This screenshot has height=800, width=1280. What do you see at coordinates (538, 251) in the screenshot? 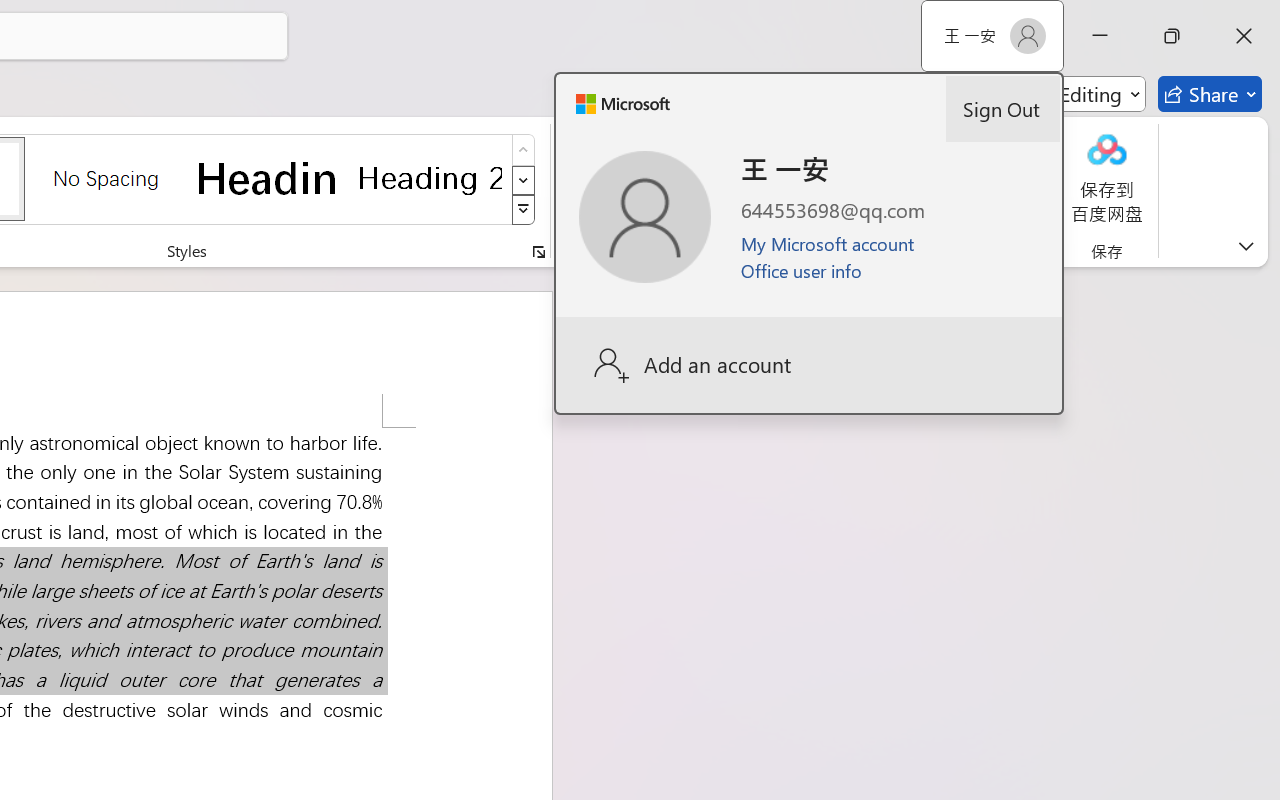
I see `'Styles...'` at bounding box center [538, 251].